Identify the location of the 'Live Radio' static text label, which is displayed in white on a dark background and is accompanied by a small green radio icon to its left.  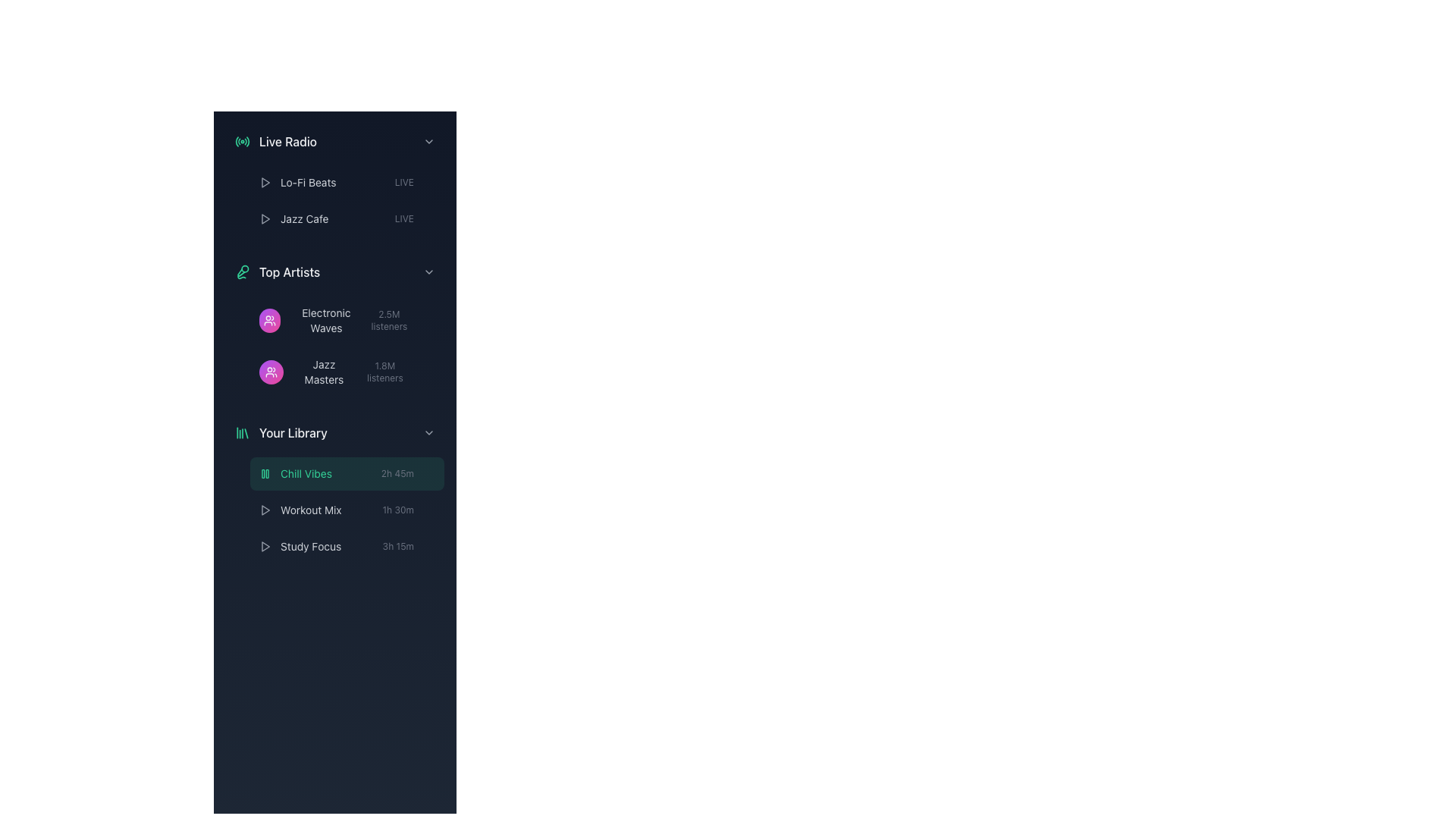
(287, 141).